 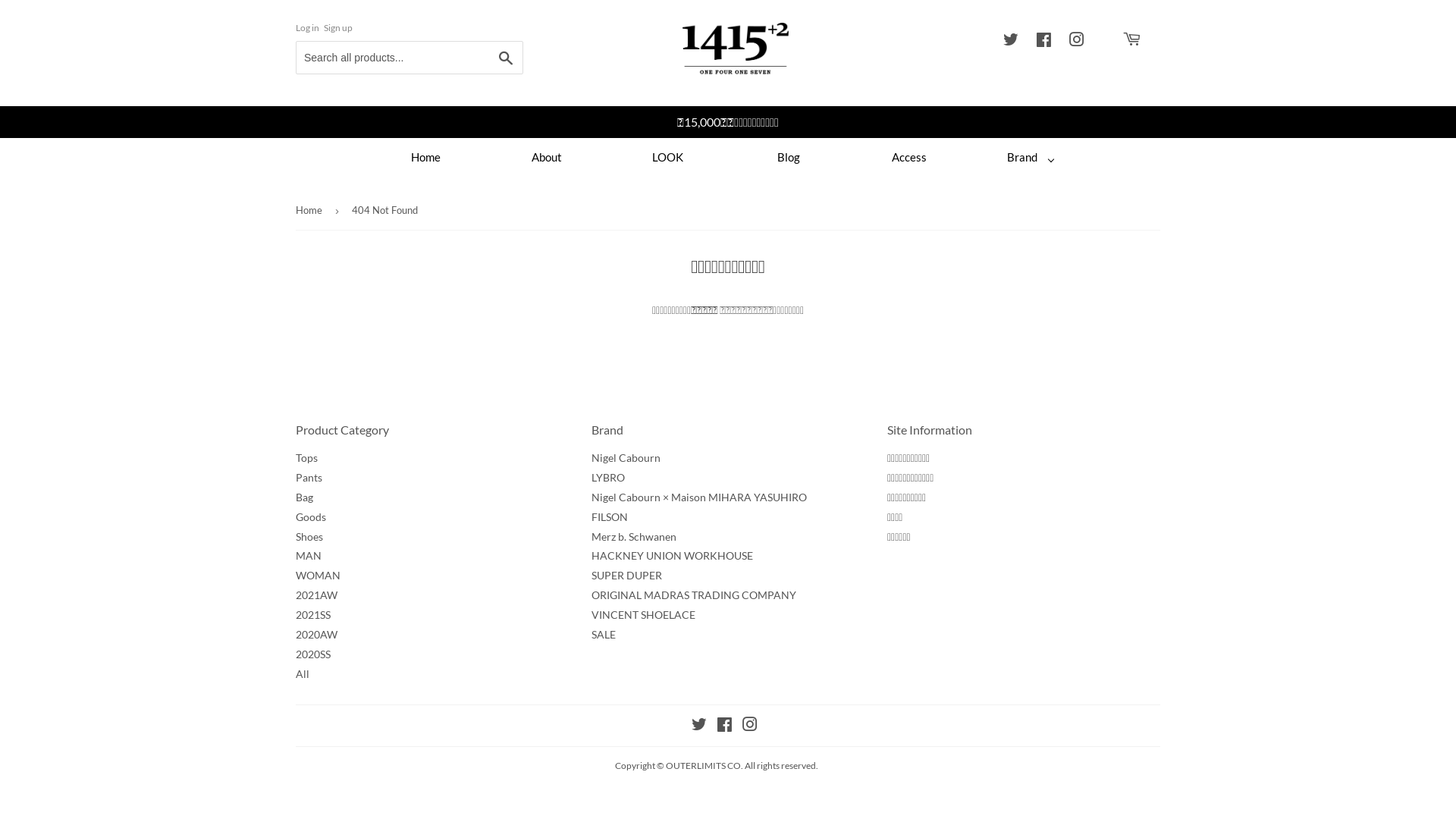 I want to click on 'Bag', so click(x=303, y=497).